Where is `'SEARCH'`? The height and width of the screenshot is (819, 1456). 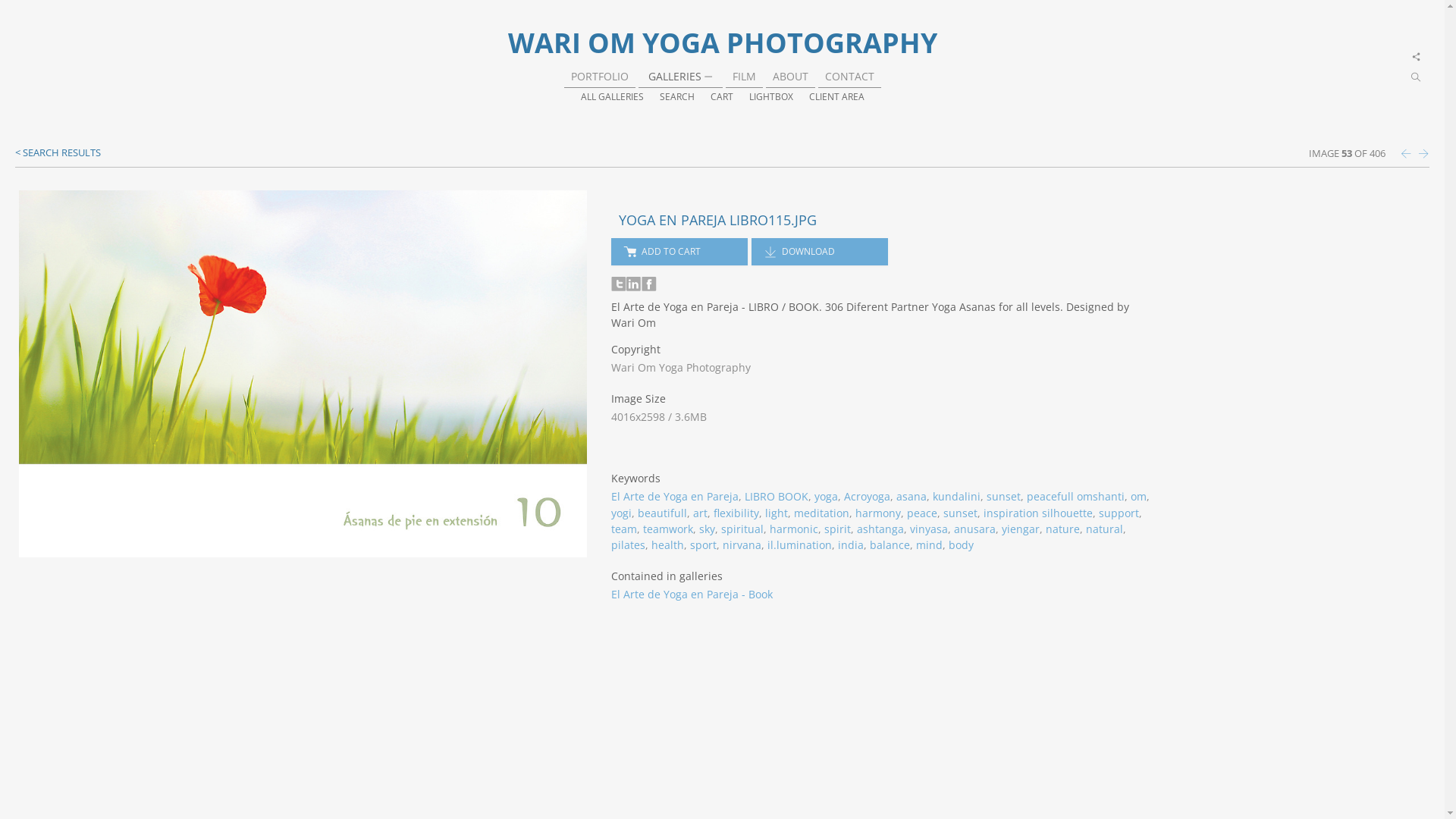 'SEARCH' is located at coordinates (676, 96).